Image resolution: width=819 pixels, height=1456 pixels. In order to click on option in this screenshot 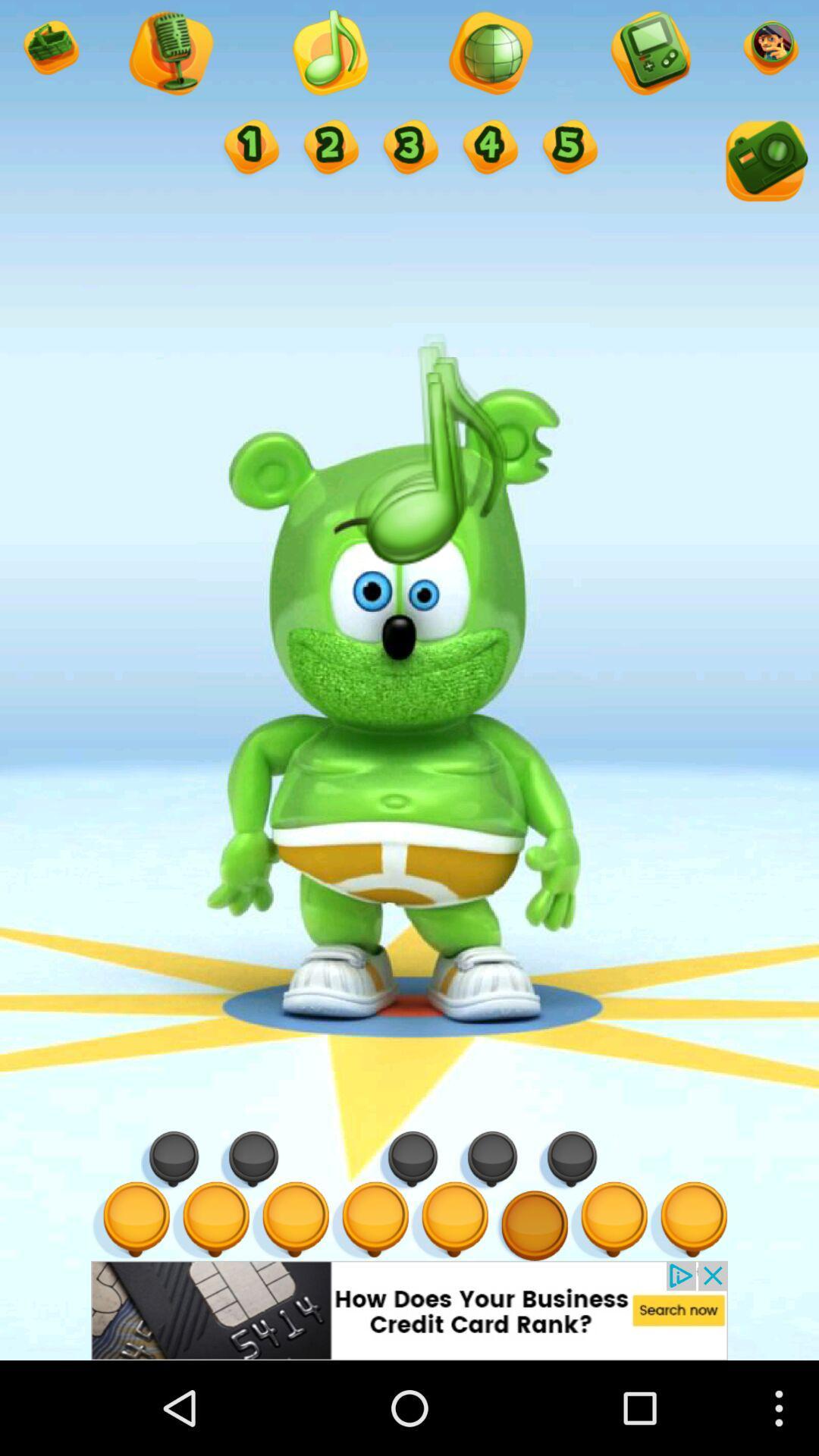, I will do `click(49, 49)`.